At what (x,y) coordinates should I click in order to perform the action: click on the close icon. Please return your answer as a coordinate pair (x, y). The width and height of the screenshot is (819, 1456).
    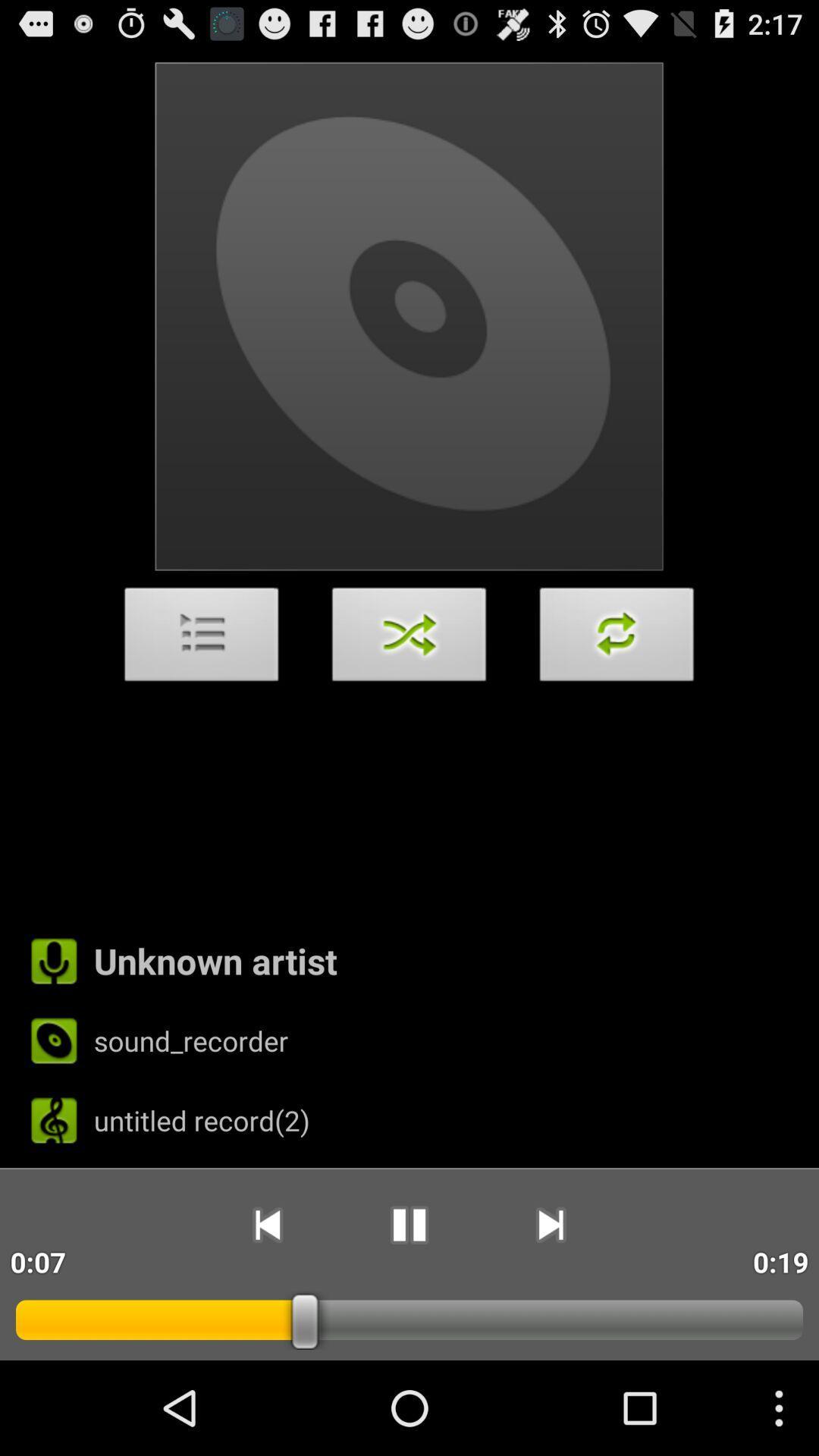
    Looking at the image, I should click on (409, 682).